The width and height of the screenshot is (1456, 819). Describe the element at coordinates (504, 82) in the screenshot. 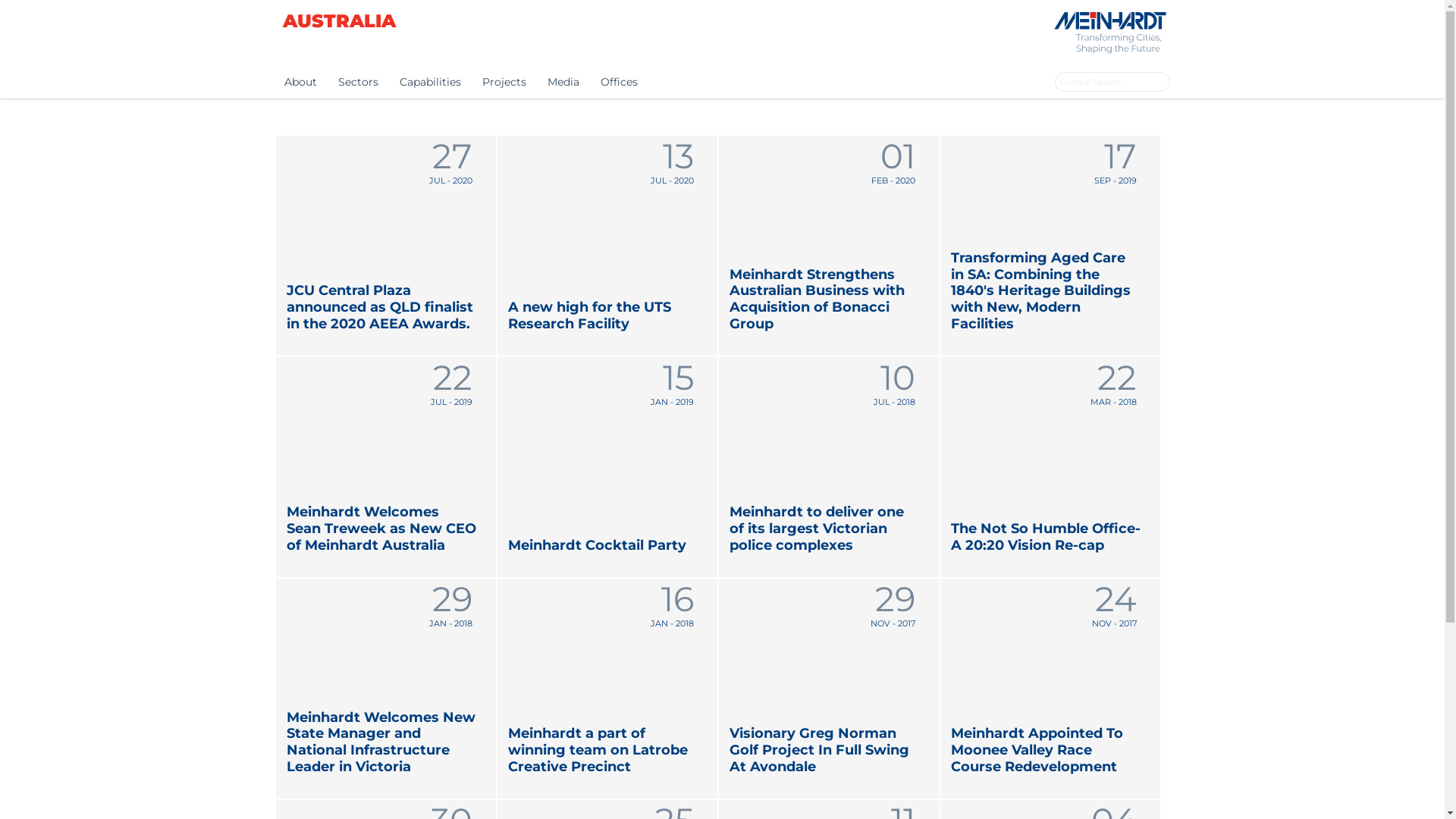

I see `'Projects'` at that location.